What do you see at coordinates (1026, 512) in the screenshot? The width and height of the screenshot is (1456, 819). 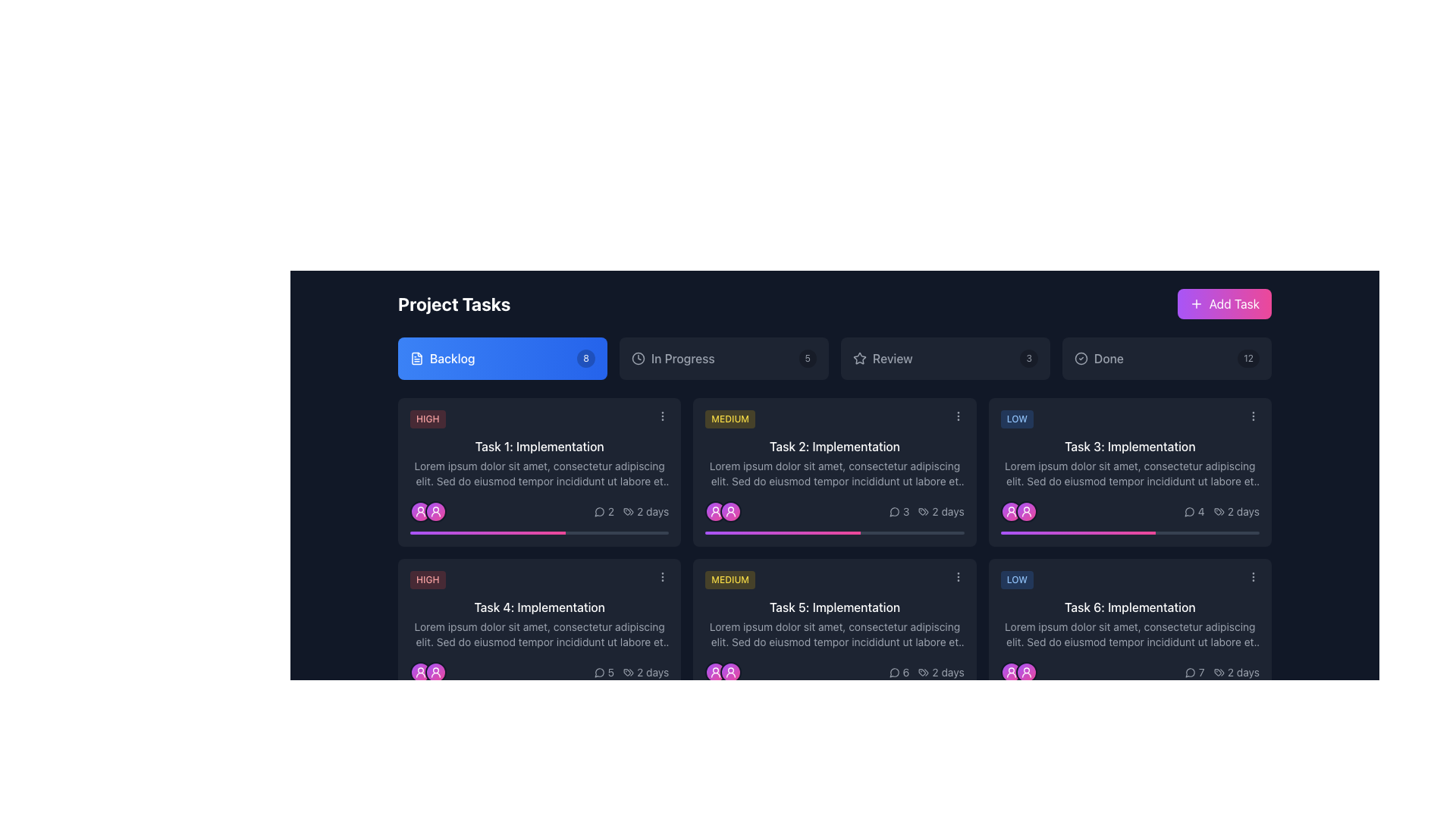 I see `the second circular avatar icon with a gradient background located under the card labeled 'Task 3: Implementation' in the 'Low Priority' column` at bounding box center [1026, 512].